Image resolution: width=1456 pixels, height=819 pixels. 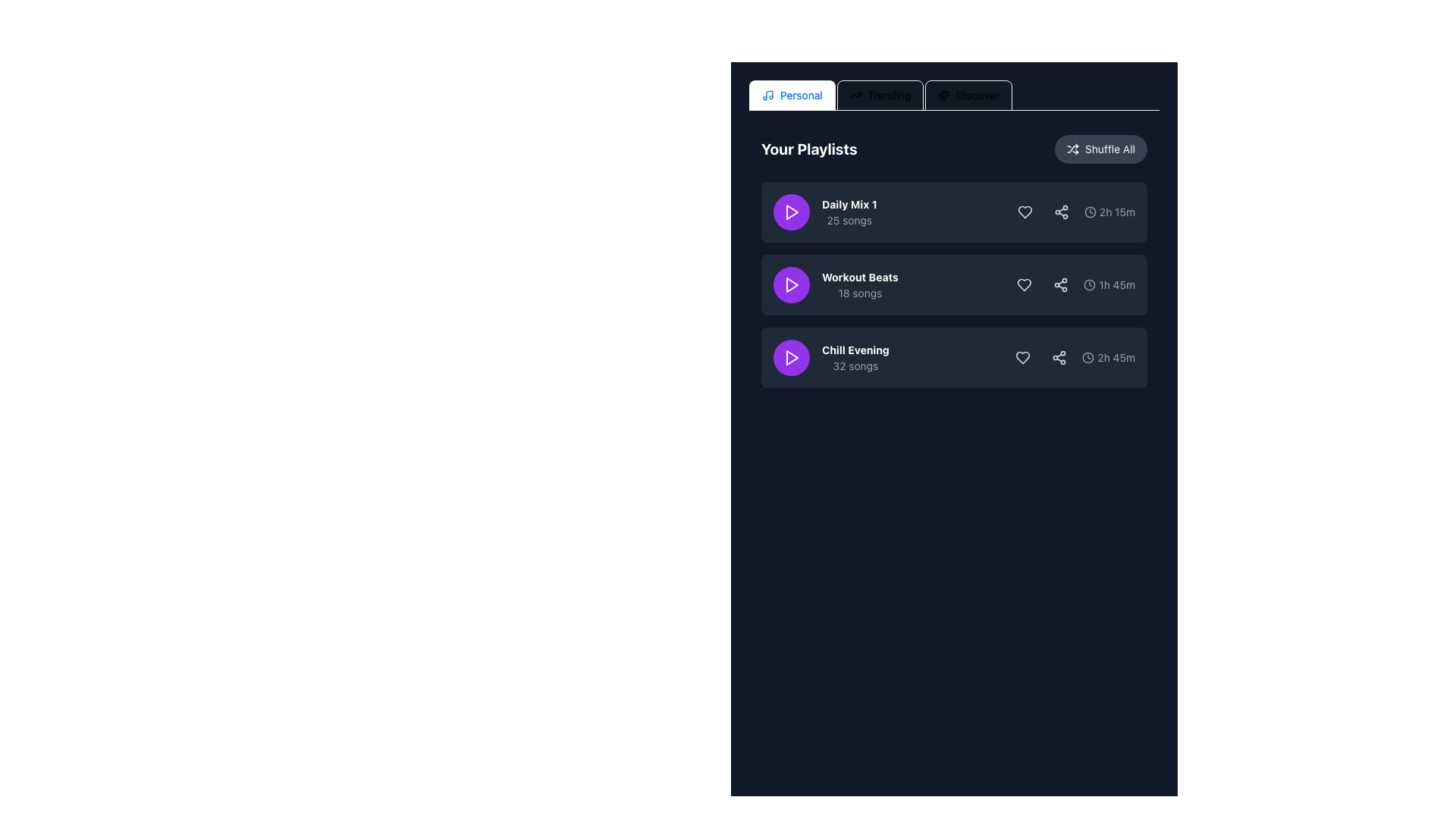 What do you see at coordinates (860, 293) in the screenshot?
I see `the text label displaying the number of songs in the 'Workout Beats' playlist, located below the title in the second row of playlist cards in the 'Your Playlists' section` at bounding box center [860, 293].